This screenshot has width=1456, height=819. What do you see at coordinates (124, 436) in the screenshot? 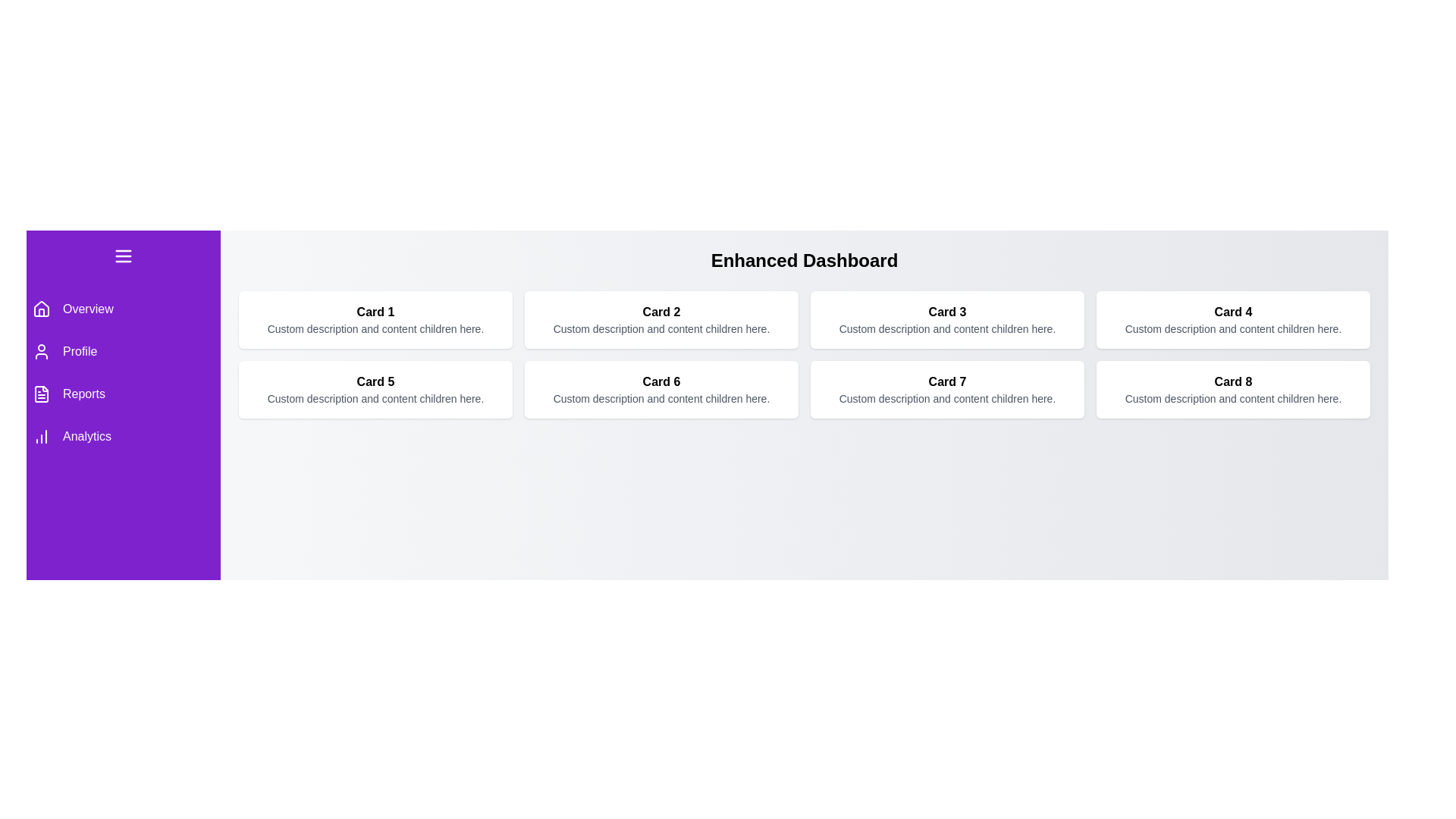
I see `the menu item Analytics to highlight it` at bounding box center [124, 436].